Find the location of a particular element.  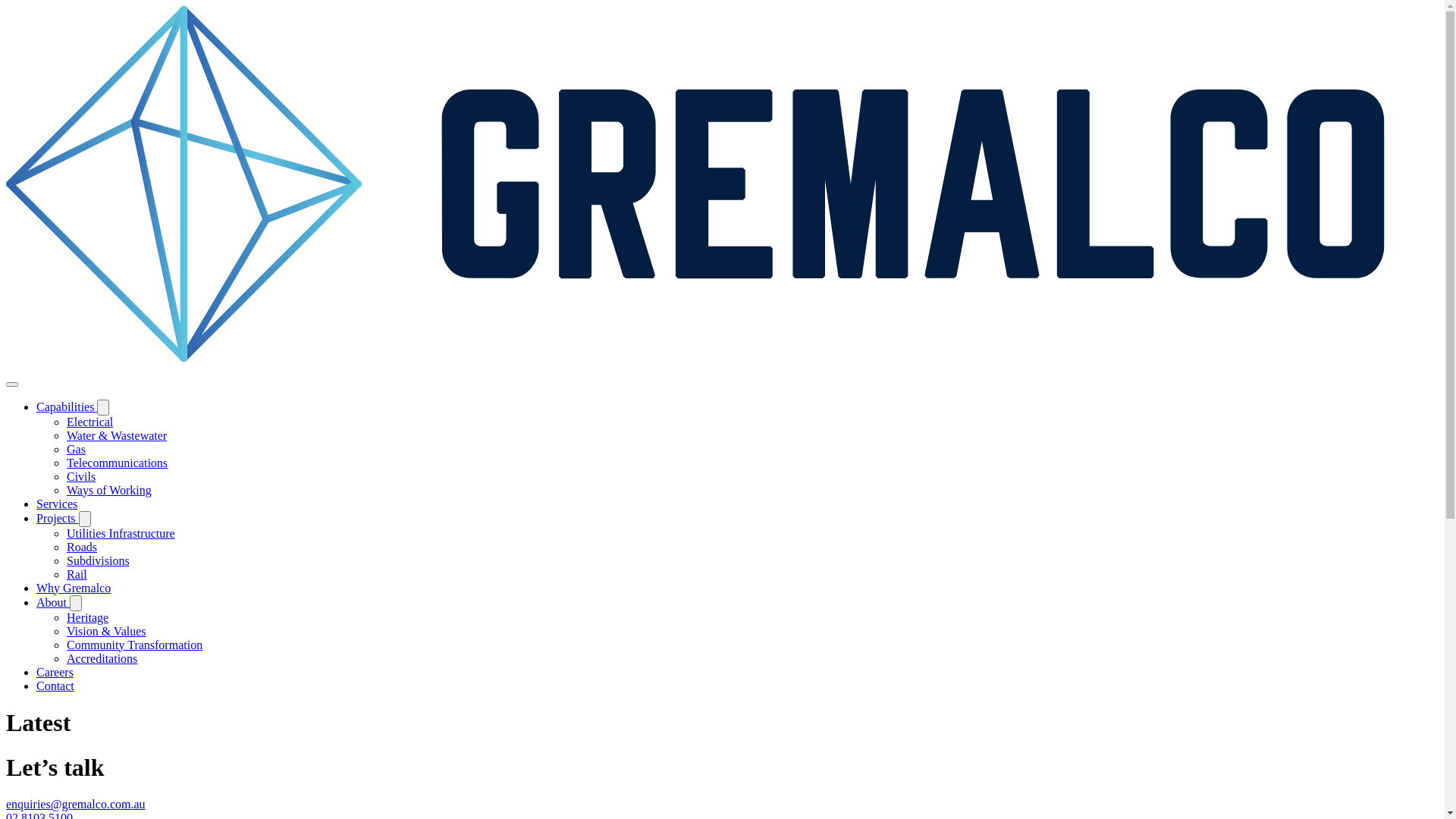

'Heritage' is located at coordinates (65, 617).